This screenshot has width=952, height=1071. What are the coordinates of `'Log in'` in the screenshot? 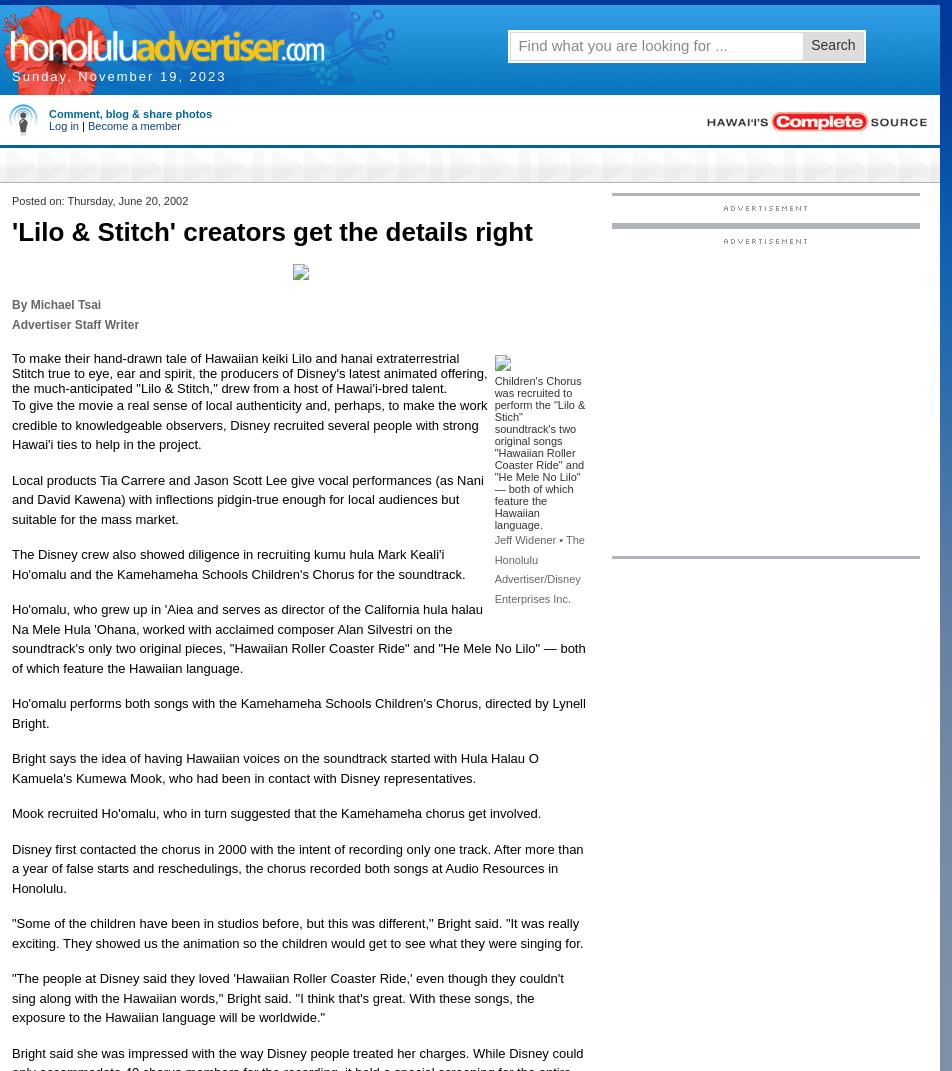 It's located at (63, 125).